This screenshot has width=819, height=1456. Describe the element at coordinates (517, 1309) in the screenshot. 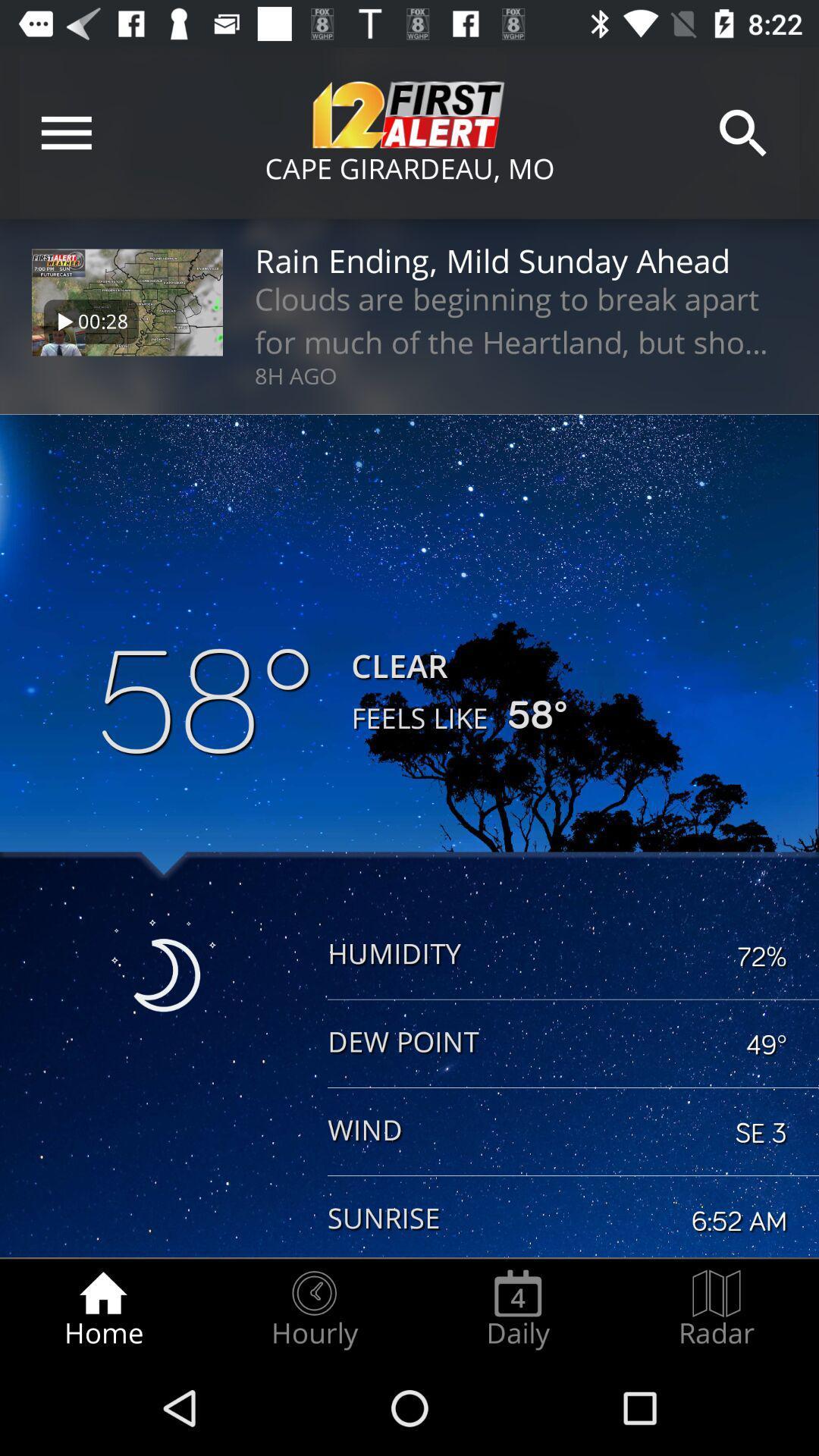

I see `the daily item` at that location.